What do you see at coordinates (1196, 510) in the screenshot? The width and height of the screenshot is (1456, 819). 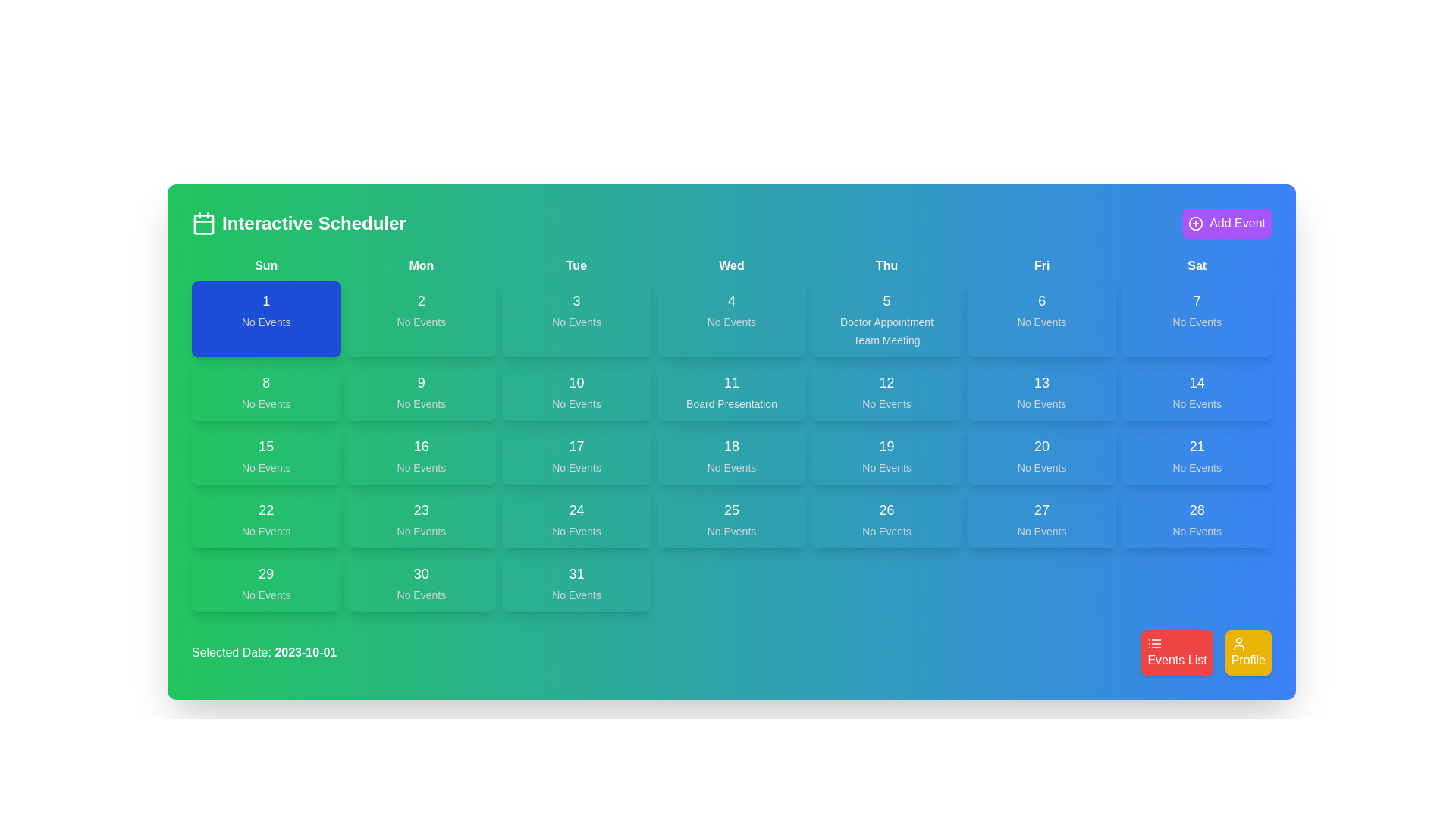 I see `the static text label displaying '28' in a bold font, located in the sixth row and seventh column of the calendar grid` at bounding box center [1196, 510].